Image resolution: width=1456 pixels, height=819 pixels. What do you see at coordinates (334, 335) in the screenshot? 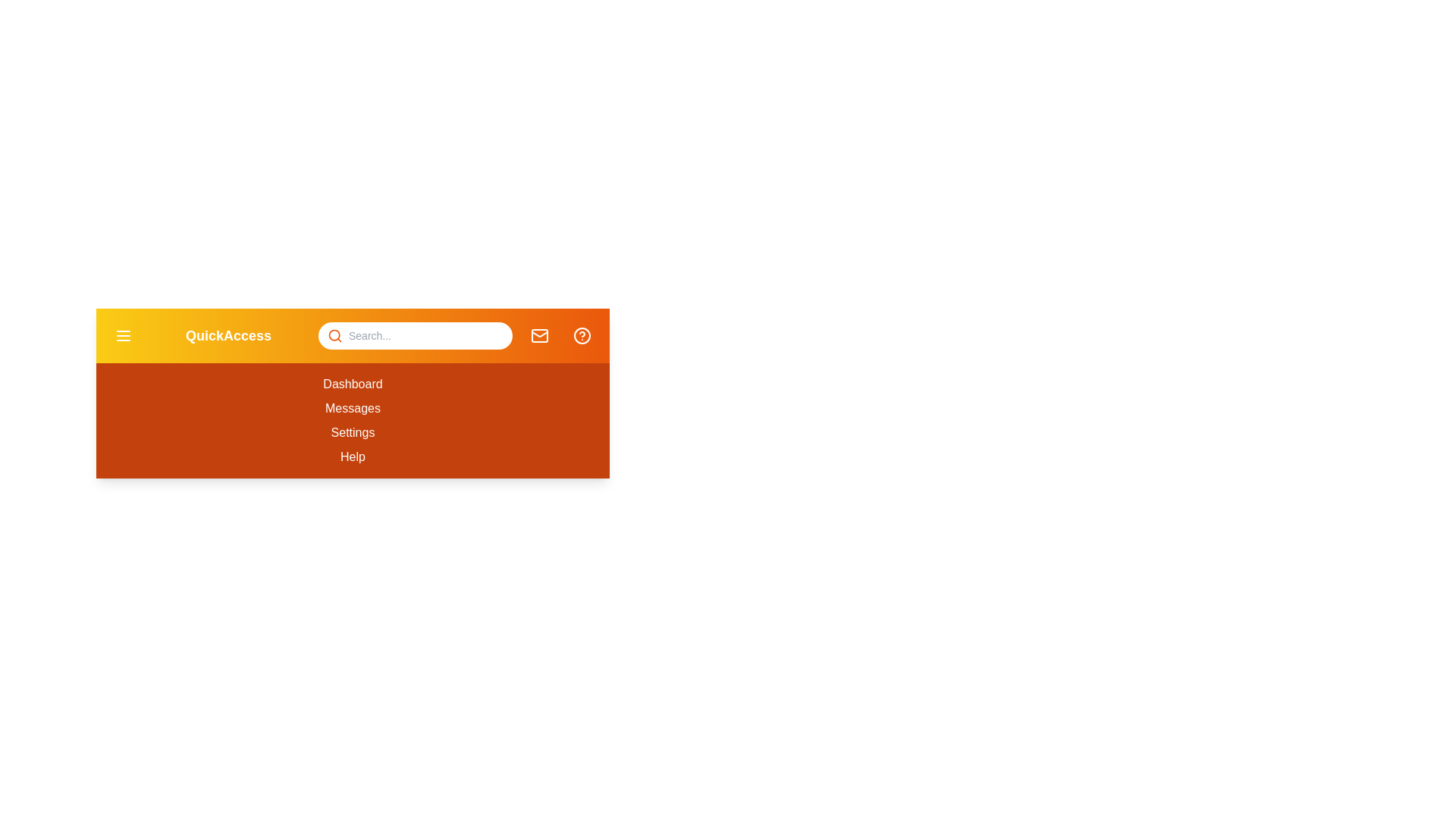
I see `the orange magnifying glass icon located to the left of the search input field, near the placeholder text 'Search...'` at bounding box center [334, 335].